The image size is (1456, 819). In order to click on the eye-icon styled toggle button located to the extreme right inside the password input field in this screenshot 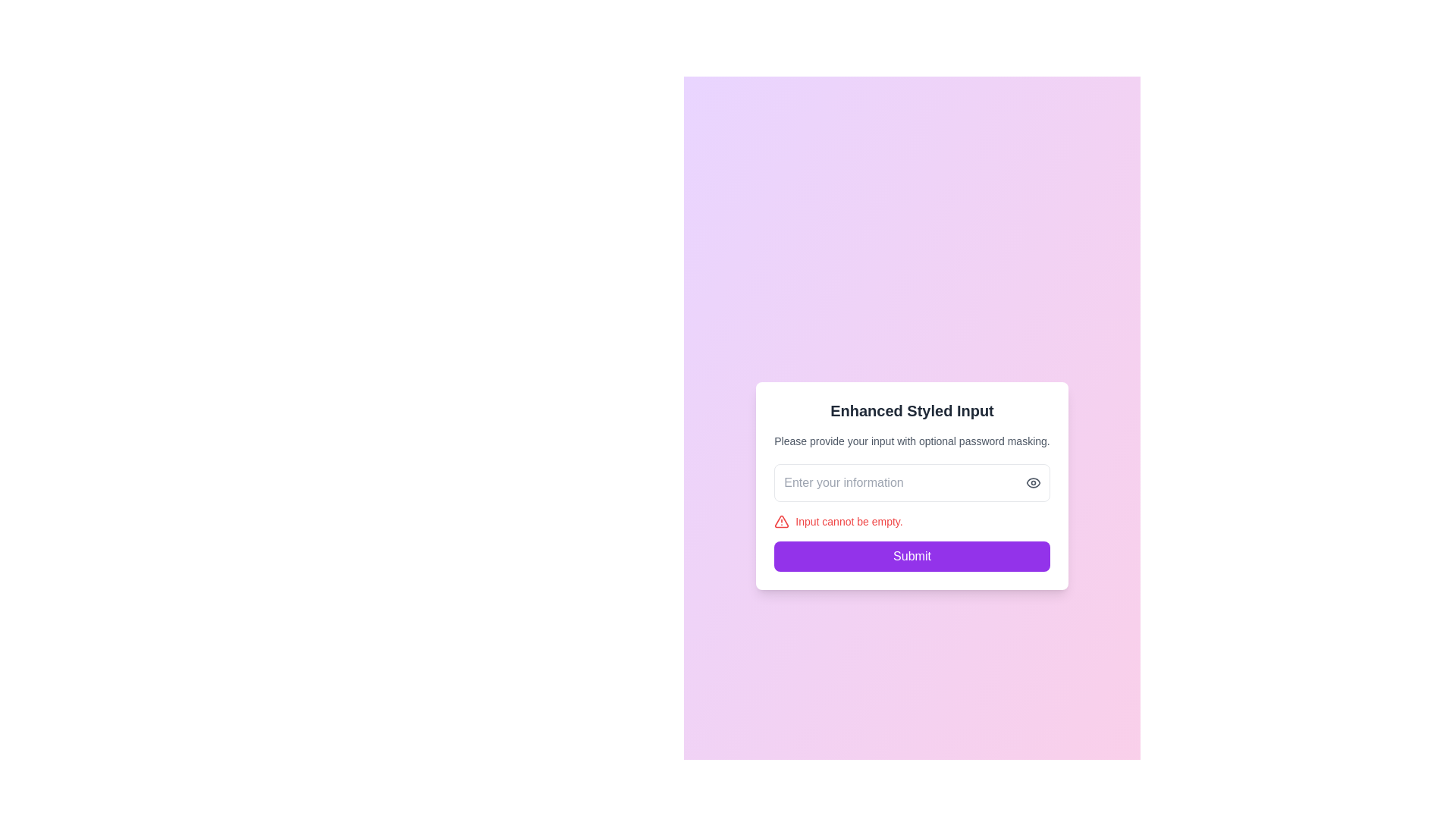, I will do `click(1032, 482)`.